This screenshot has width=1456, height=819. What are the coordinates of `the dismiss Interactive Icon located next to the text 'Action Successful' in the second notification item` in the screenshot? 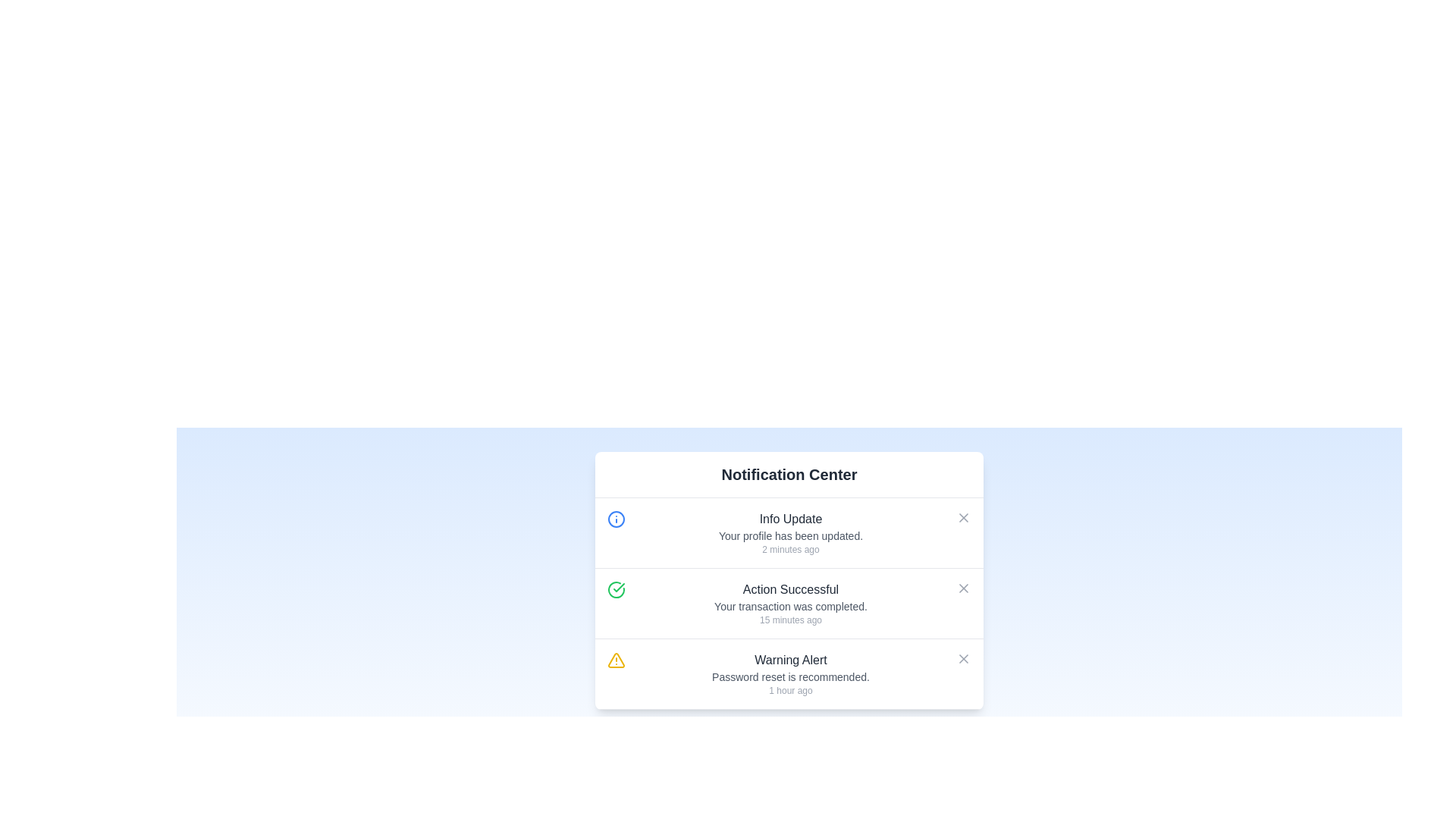 It's located at (963, 587).